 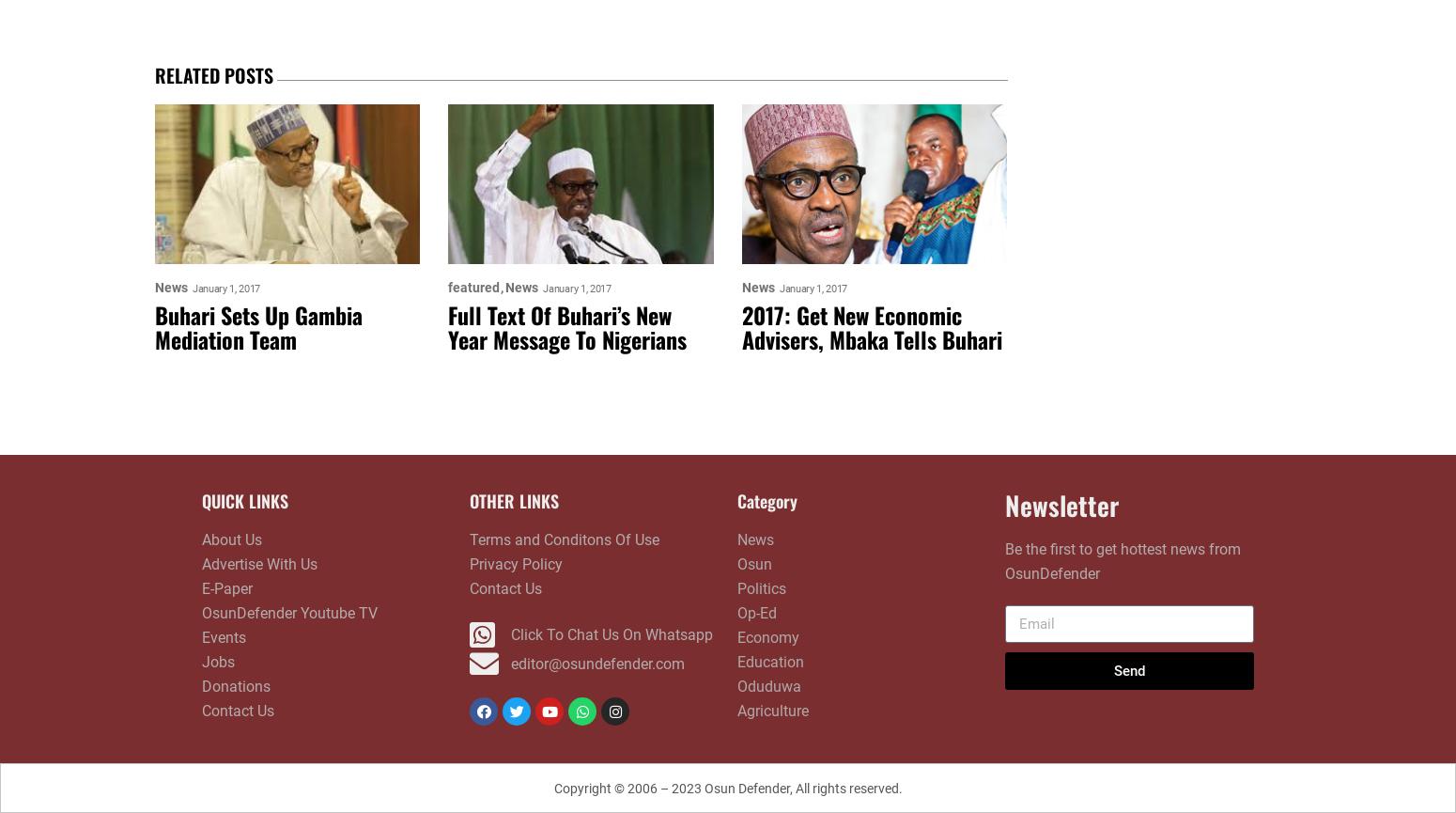 What do you see at coordinates (154, 326) in the screenshot?
I see `'Buhari Sets Up Gambia Mediation Team'` at bounding box center [154, 326].